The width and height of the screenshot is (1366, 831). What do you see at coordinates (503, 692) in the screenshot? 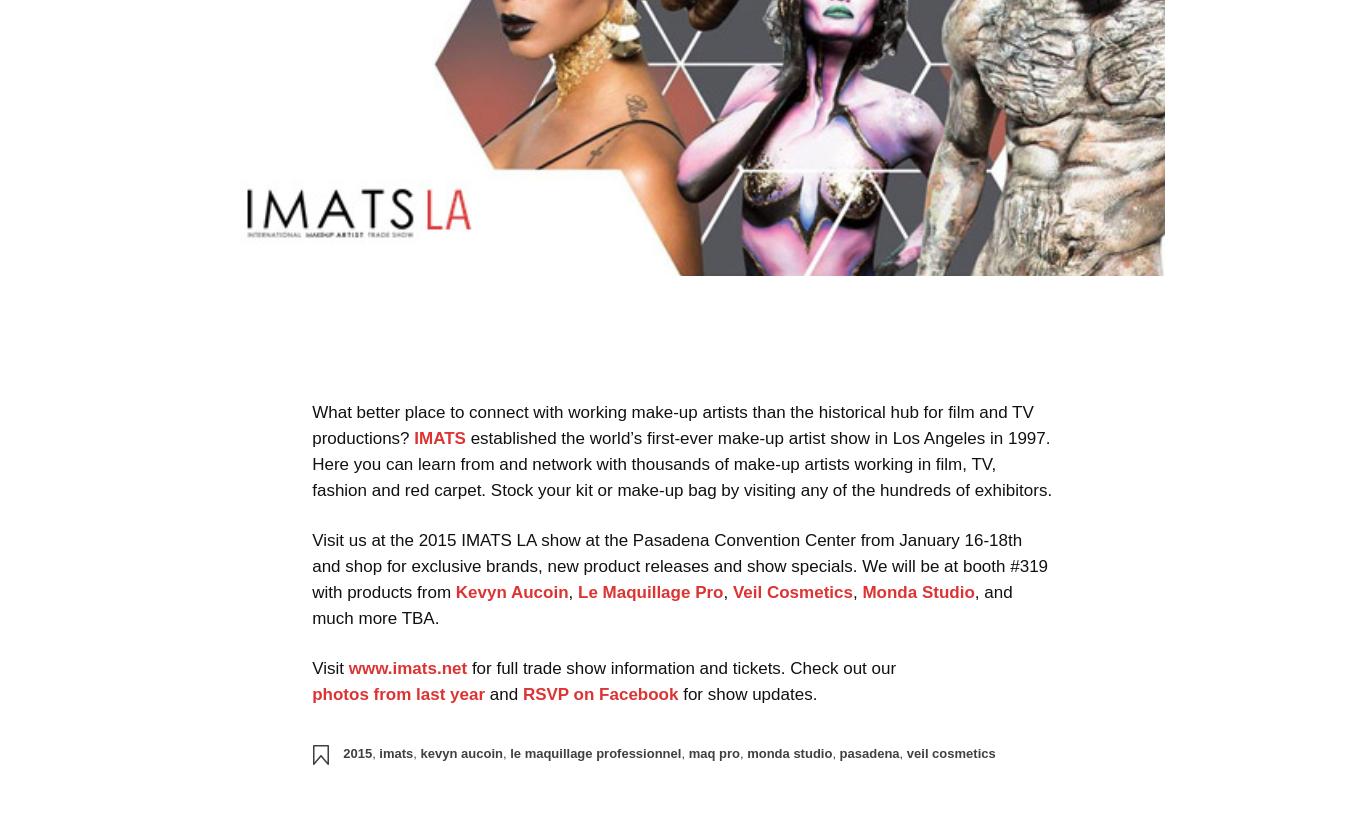
I see `'and'` at bounding box center [503, 692].